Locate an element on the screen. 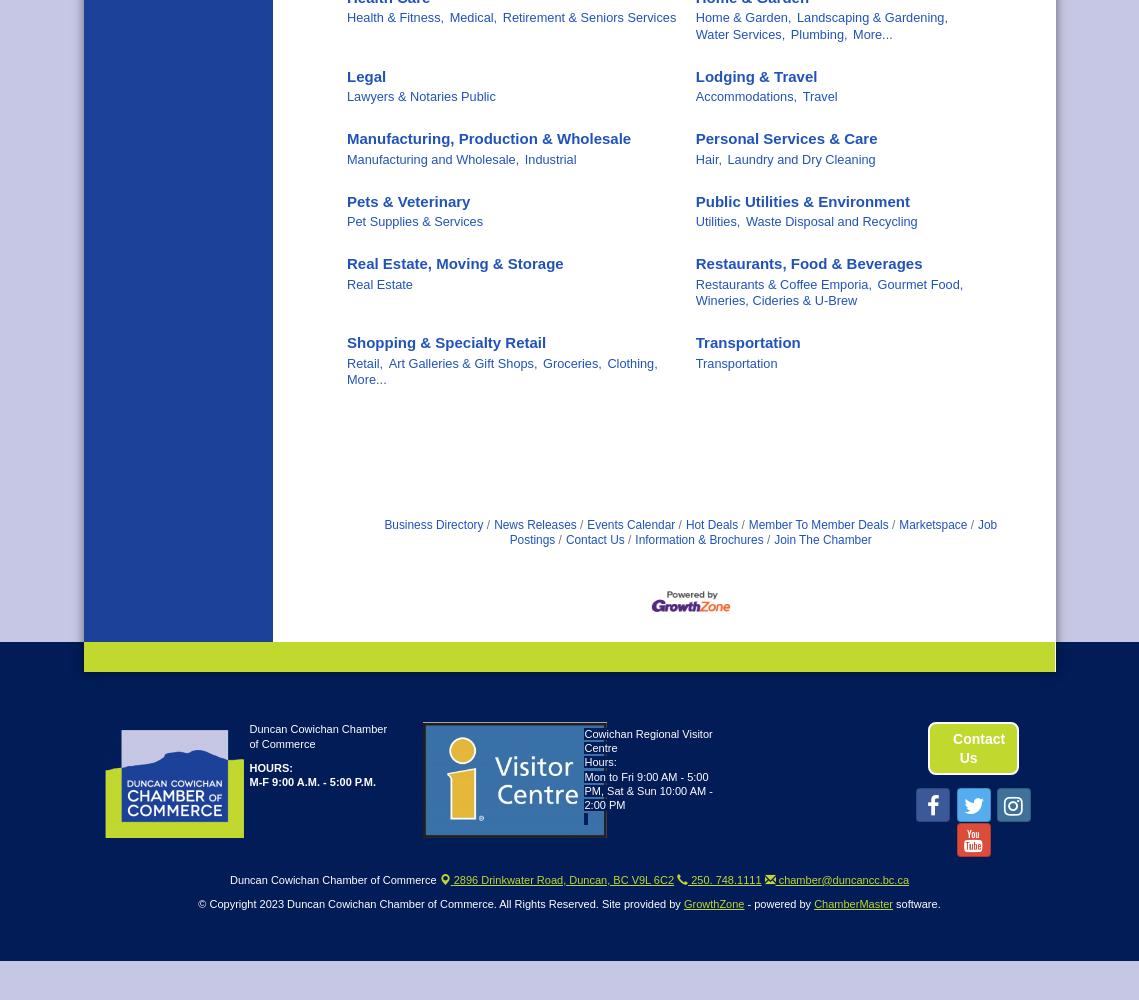  'chamber@duncancc.bc.ca' is located at coordinates (840, 879).